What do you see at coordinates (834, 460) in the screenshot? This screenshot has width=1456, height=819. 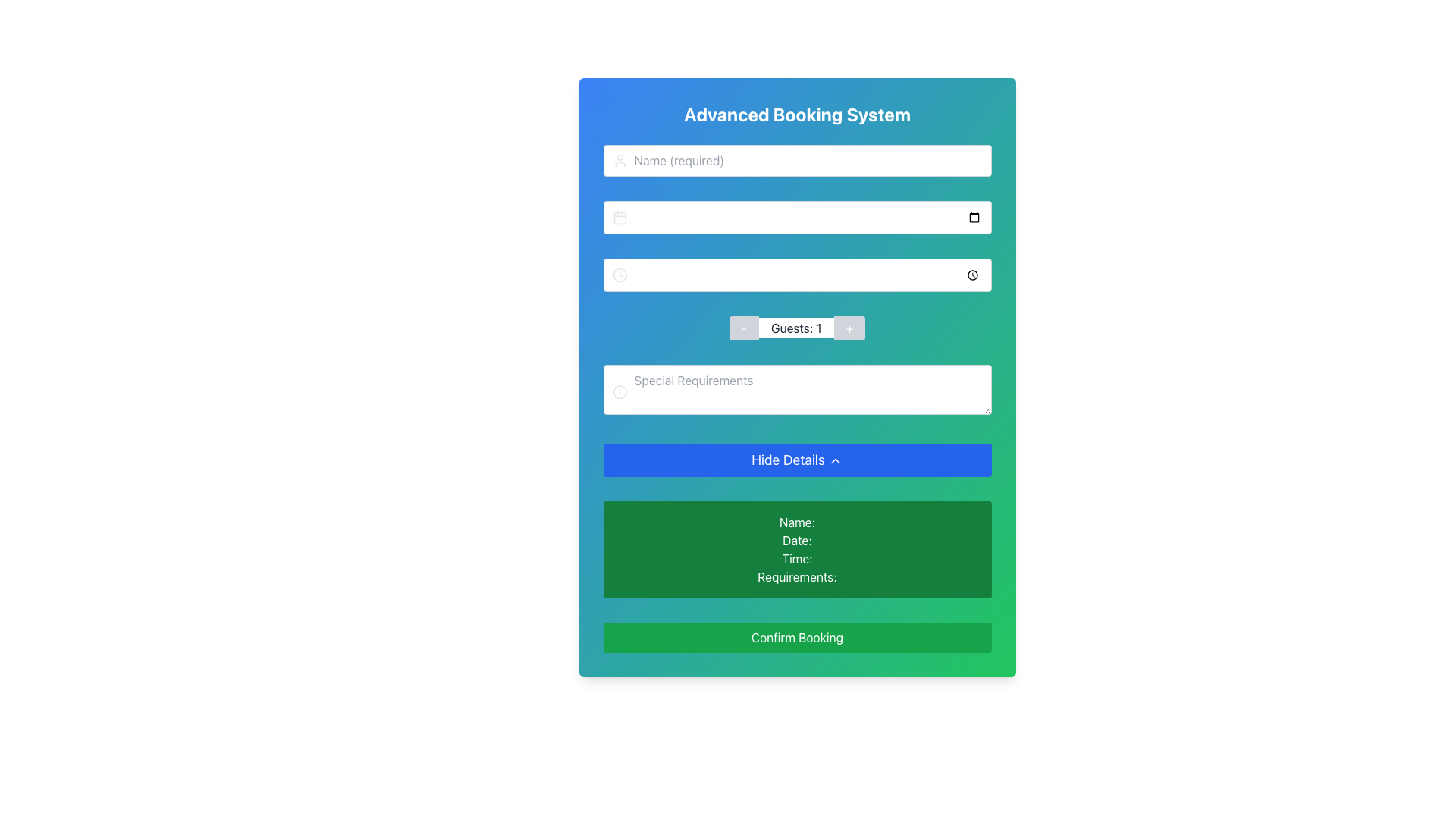 I see `the collapse icon located on the right section of the 'Hide Details' button` at bounding box center [834, 460].